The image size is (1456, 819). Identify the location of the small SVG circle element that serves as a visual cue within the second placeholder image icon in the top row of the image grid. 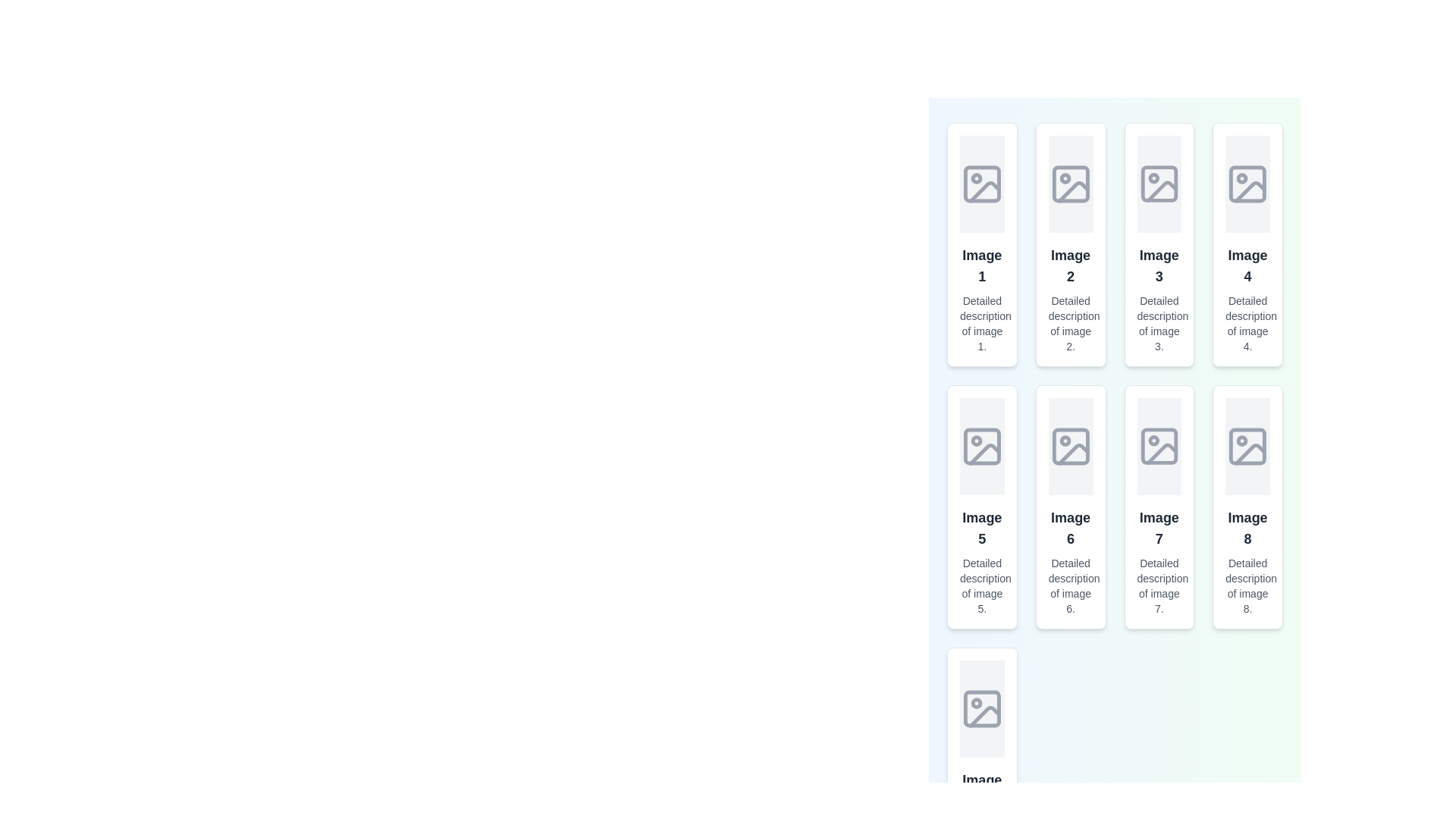
(1064, 177).